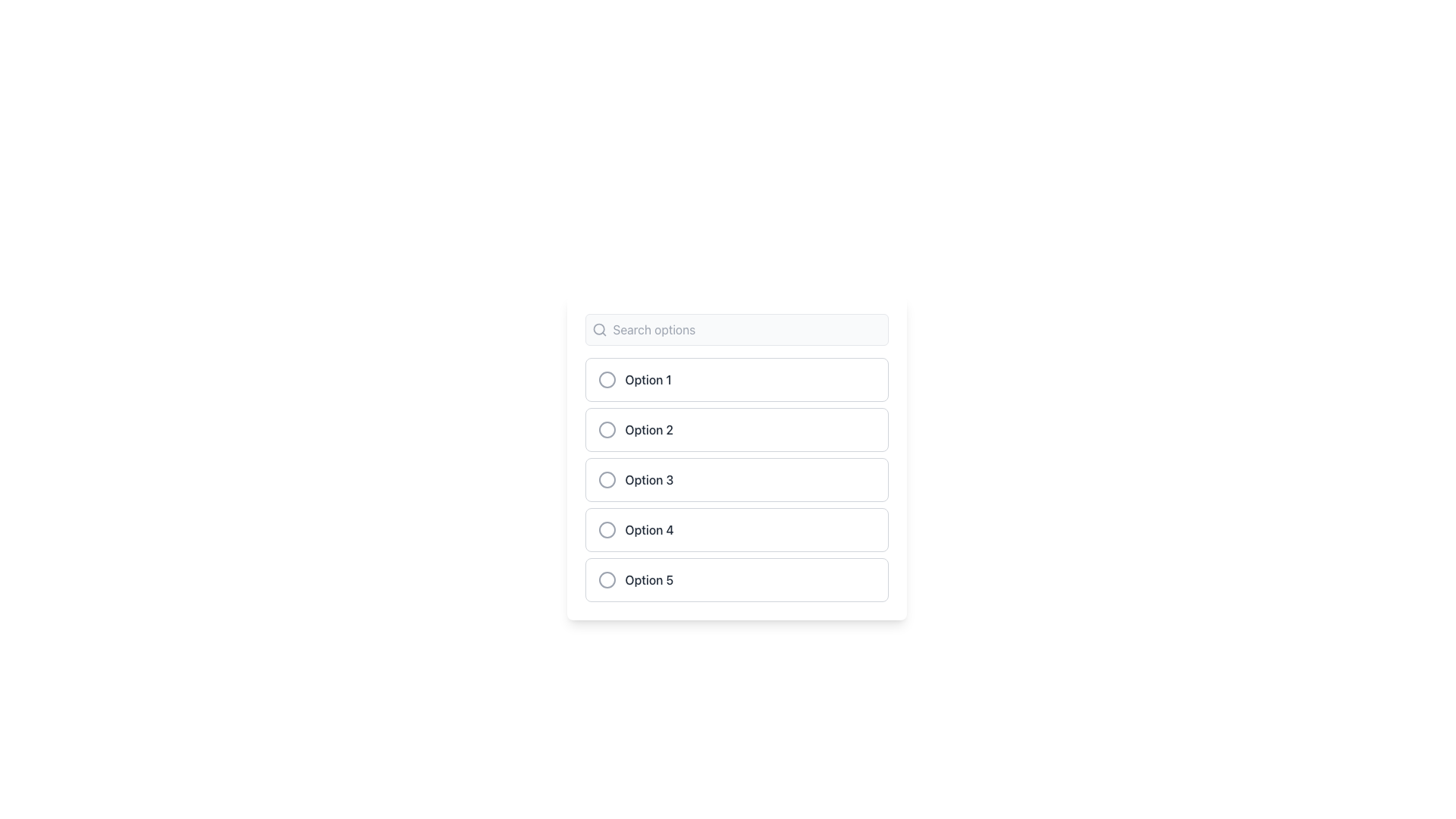 The image size is (1456, 819). I want to click on the unfilled radio button located to the left of the text 'Option 1', so click(607, 379).